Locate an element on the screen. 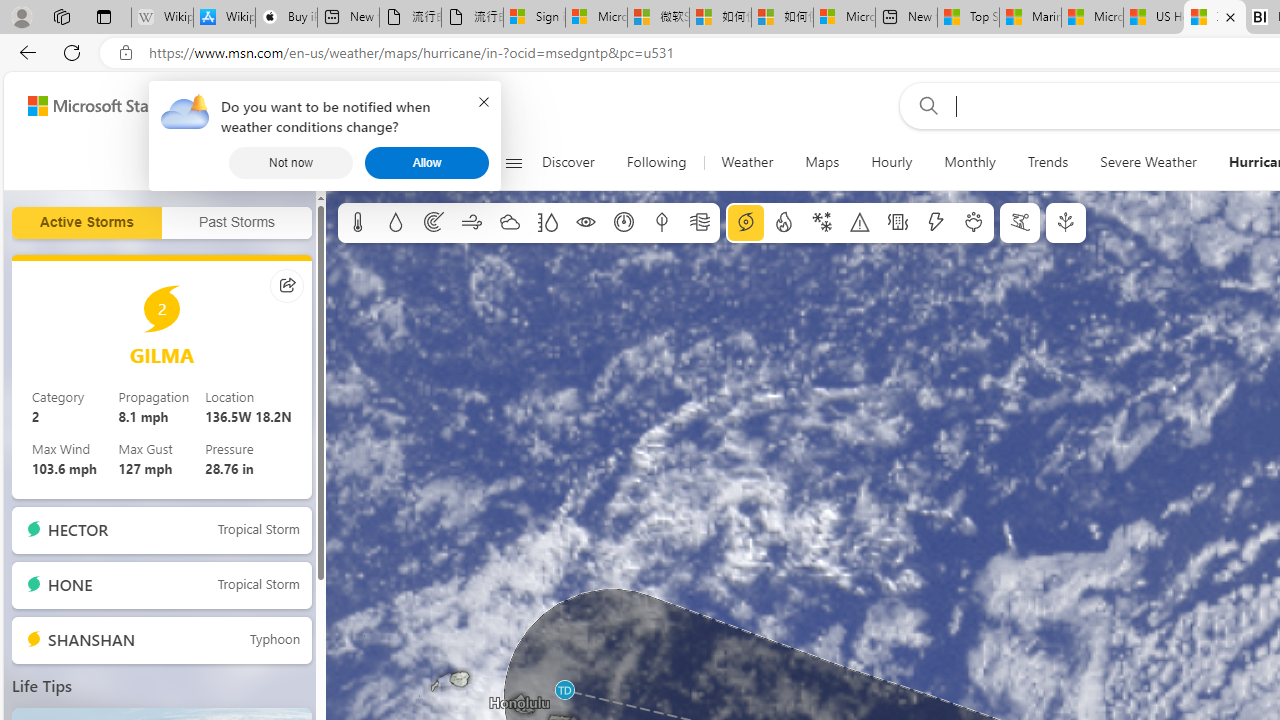 The image size is (1280, 720). 'Humidity' is located at coordinates (547, 223).